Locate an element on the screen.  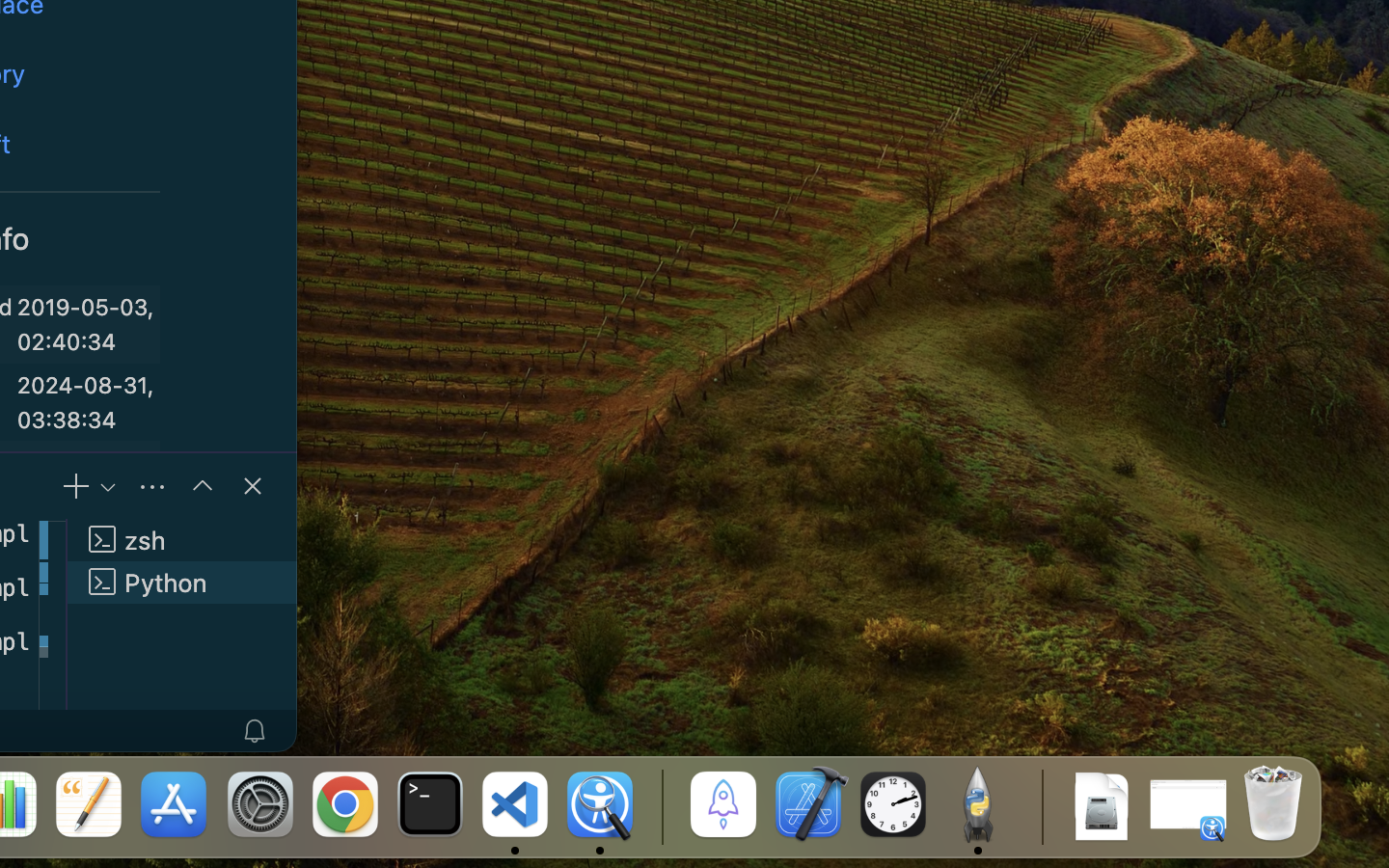
'2024-08-31, 03:38:34' is located at coordinates (85, 401).